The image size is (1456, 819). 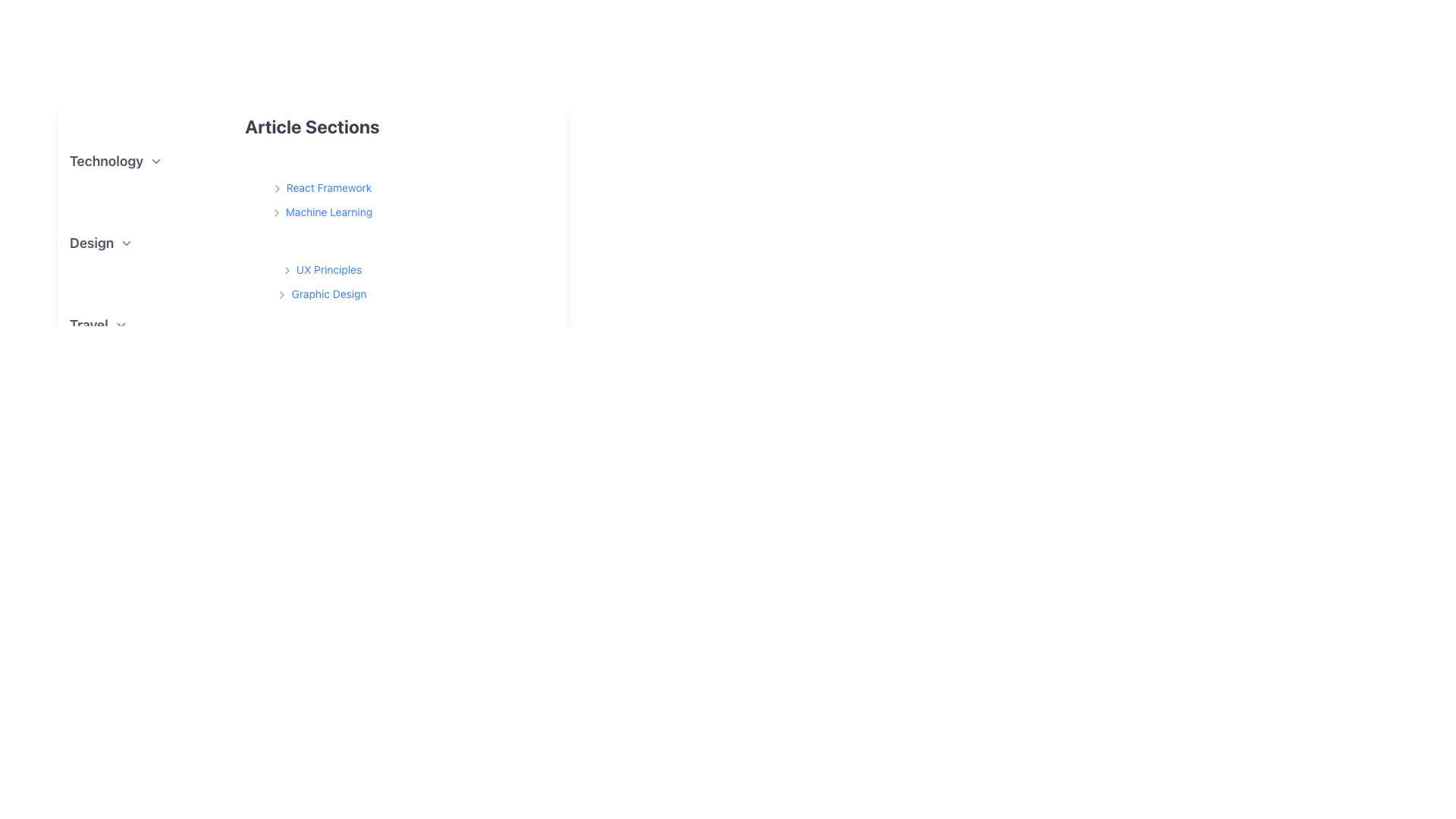 What do you see at coordinates (312, 185) in the screenshot?
I see `the navigation links in the Interactive List under the 'Technology' section` at bounding box center [312, 185].